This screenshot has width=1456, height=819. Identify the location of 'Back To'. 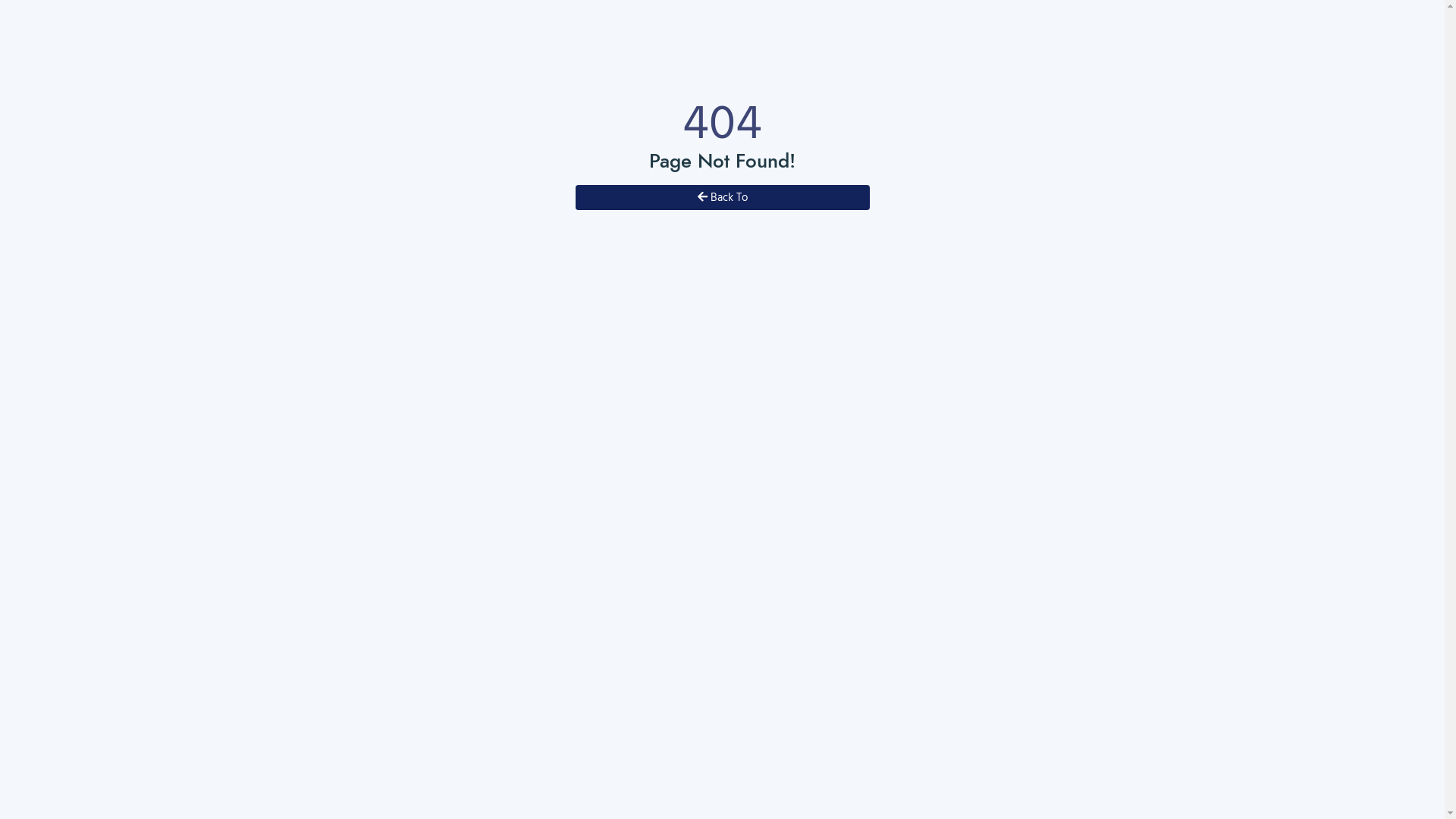
(720, 196).